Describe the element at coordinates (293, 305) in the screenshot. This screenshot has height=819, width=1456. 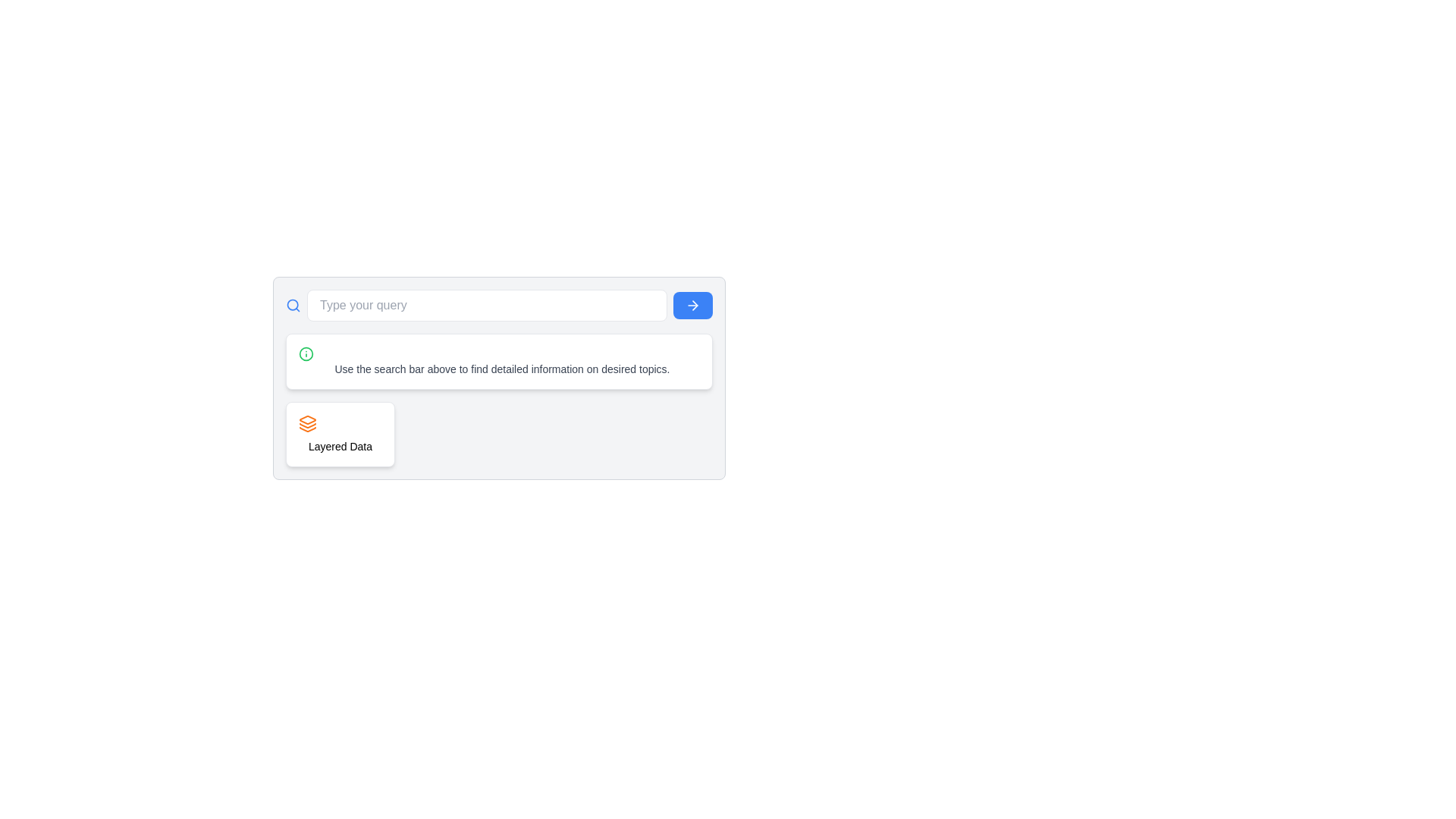
I see `the blue magnifying glass SVG icon located to the left of the text input field` at that location.